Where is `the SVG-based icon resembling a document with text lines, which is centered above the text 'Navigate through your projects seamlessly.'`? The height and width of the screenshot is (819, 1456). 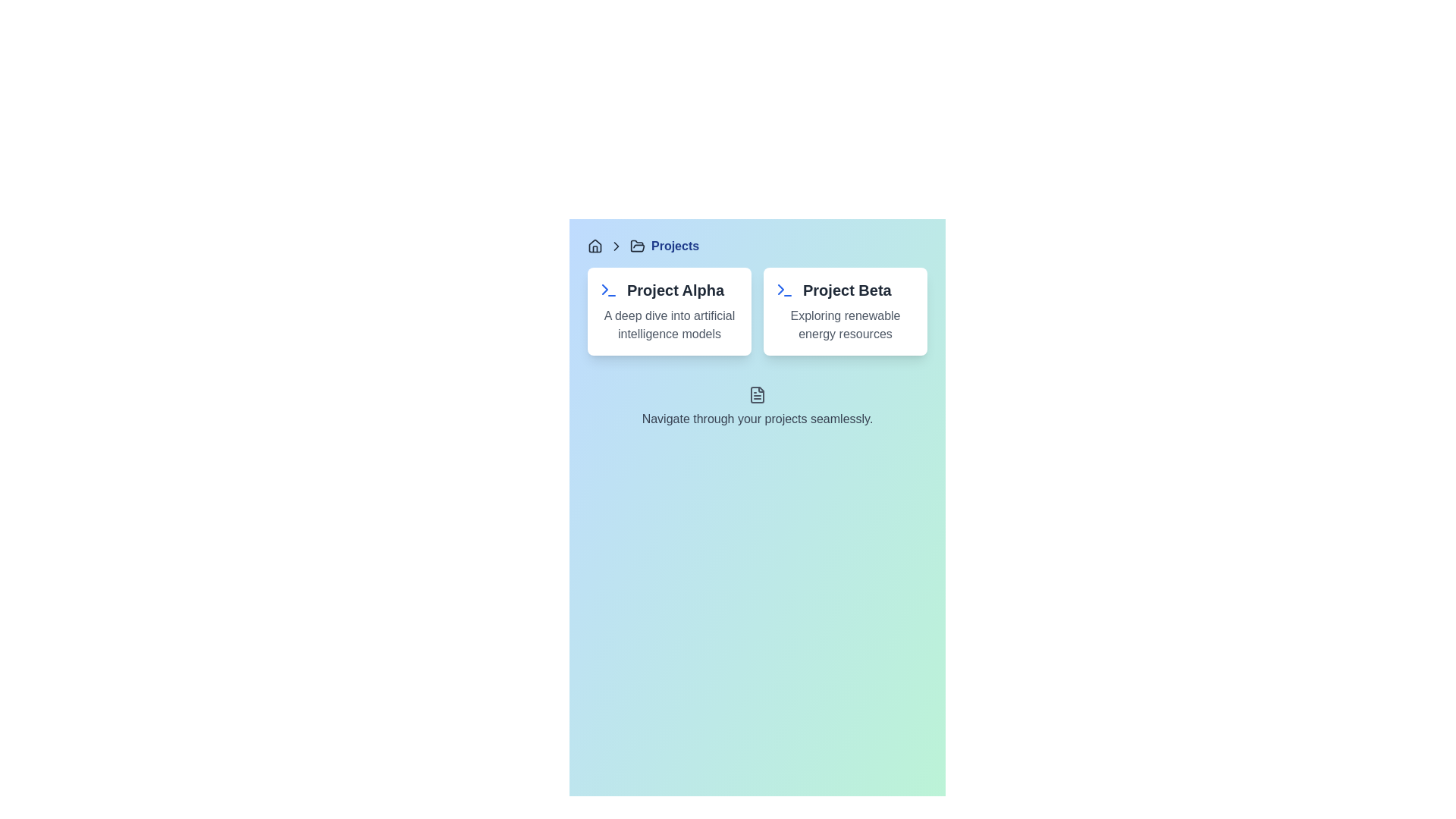
the SVG-based icon resembling a document with text lines, which is centered above the text 'Navigate through your projects seamlessly.' is located at coordinates (757, 394).